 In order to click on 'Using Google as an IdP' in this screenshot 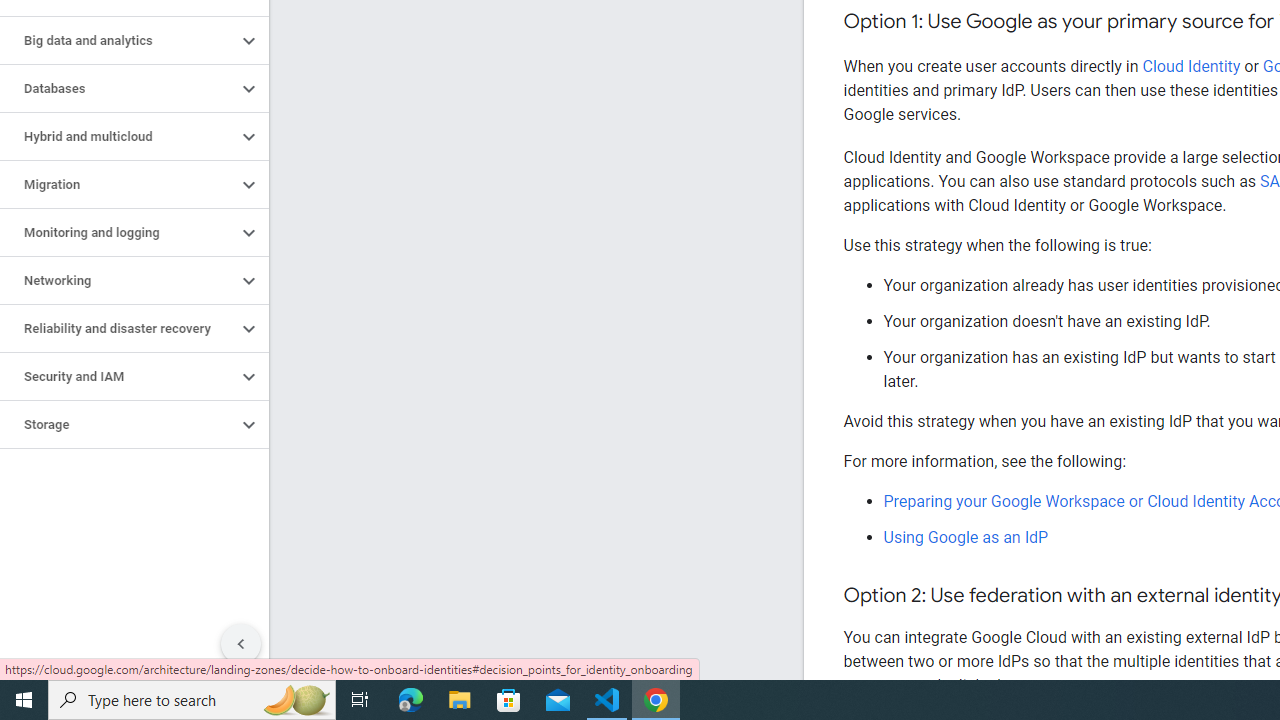, I will do `click(966, 536)`.